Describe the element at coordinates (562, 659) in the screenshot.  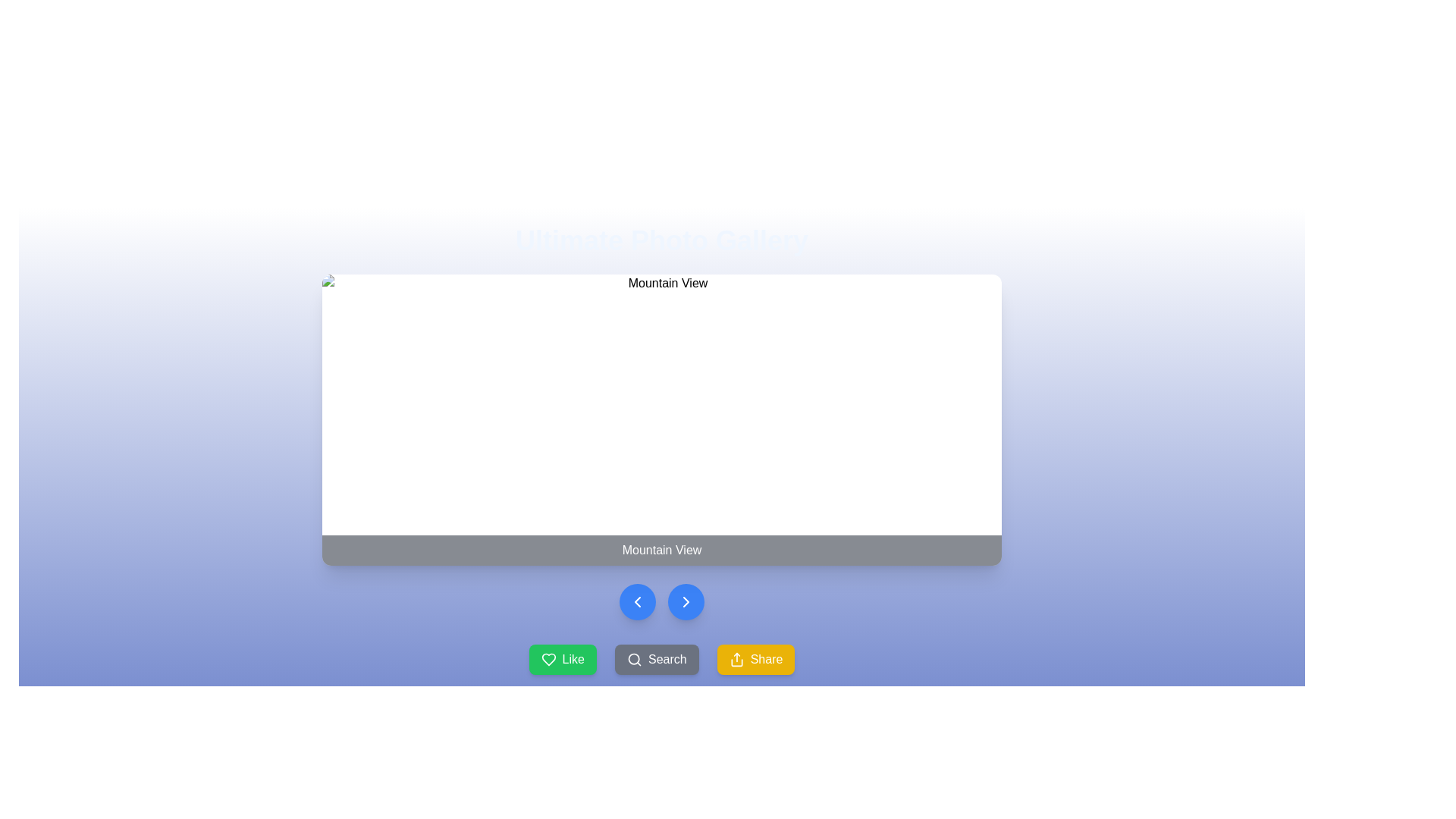
I see `the 'Like' button with a bright green background and white heart icon for visual feedback indicating interactivity` at that location.